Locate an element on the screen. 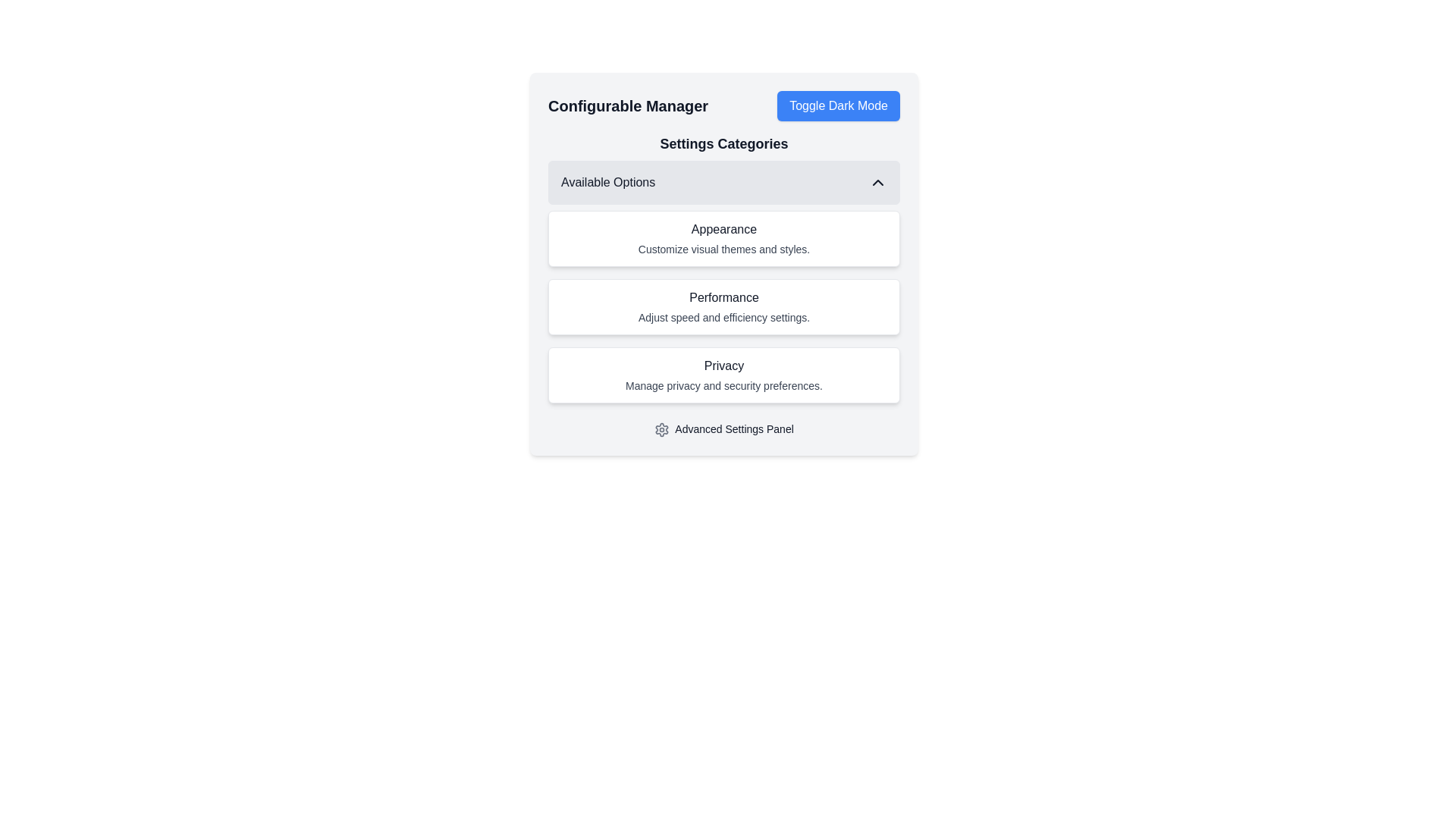 Image resolution: width=1456 pixels, height=819 pixels. the text label stating 'Customize visual themes and styles.' which is positioned beneath the header 'Appearance' in a settings options list is located at coordinates (723, 248).